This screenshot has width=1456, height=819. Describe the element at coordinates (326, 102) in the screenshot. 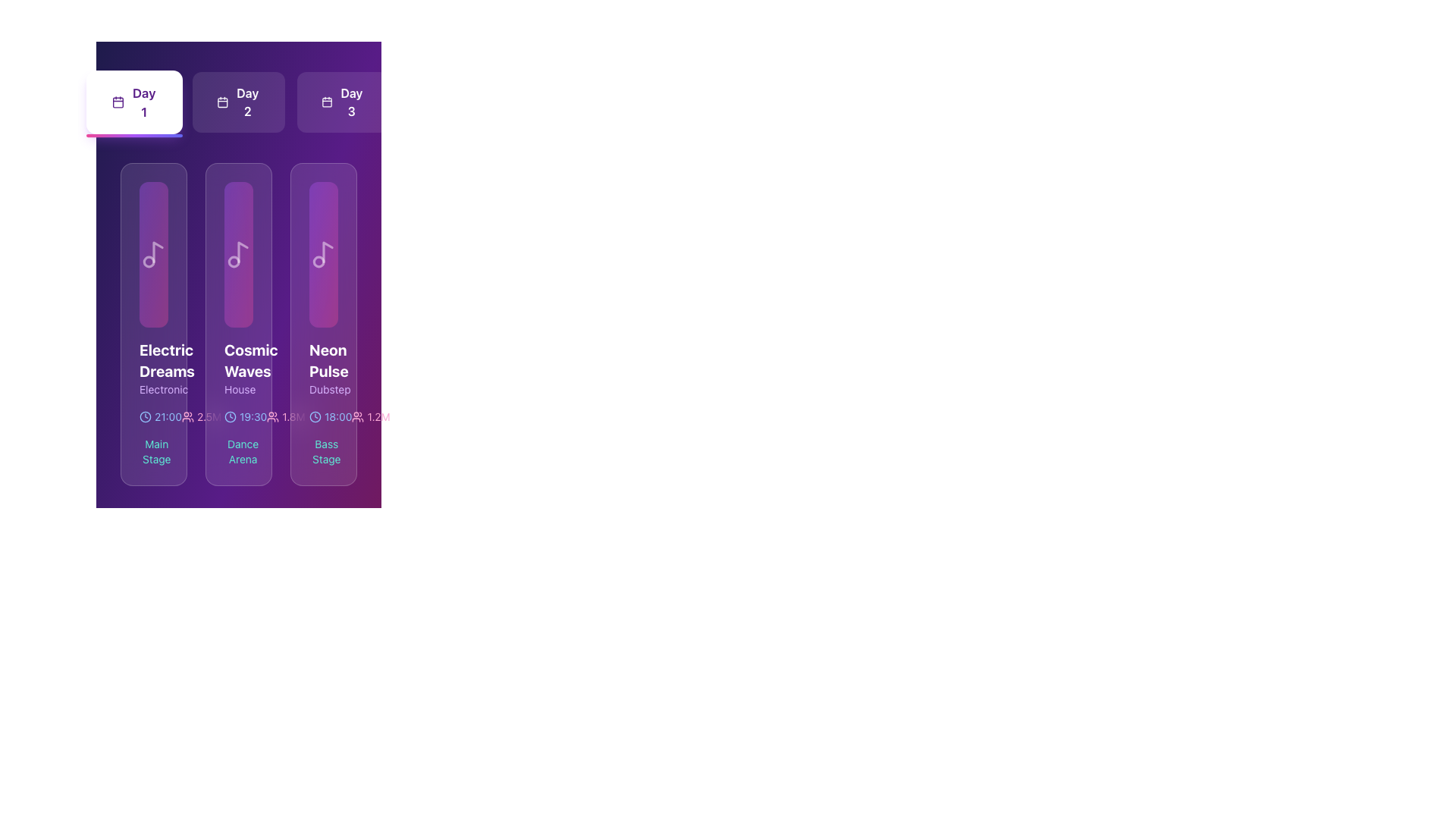

I see `the non-interactive rectangular SVG element that is part of the calendar icon associated with the 'Day 3' header in the interface` at that location.